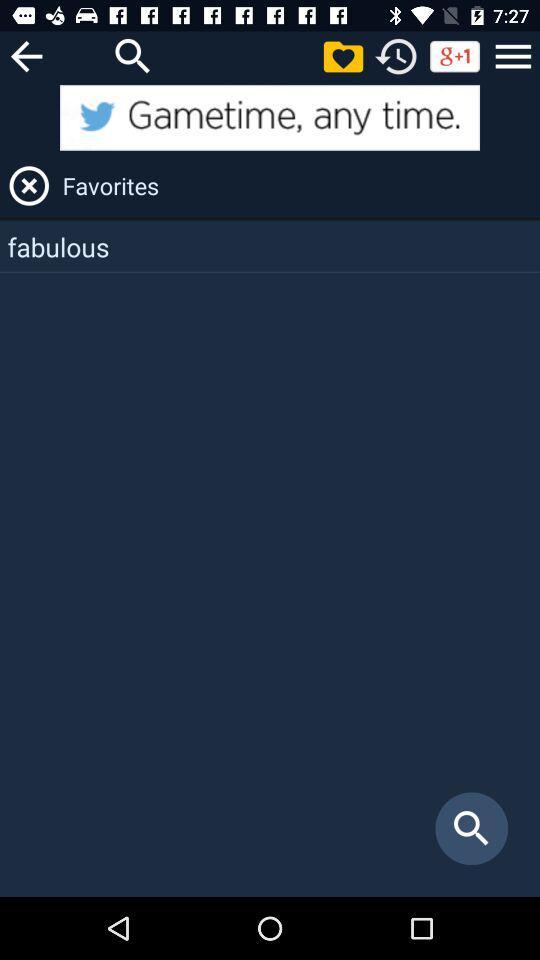  Describe the element at coordinates (25, 55) in the screenshot. I see `que no se te acaben las palabras` at that location.